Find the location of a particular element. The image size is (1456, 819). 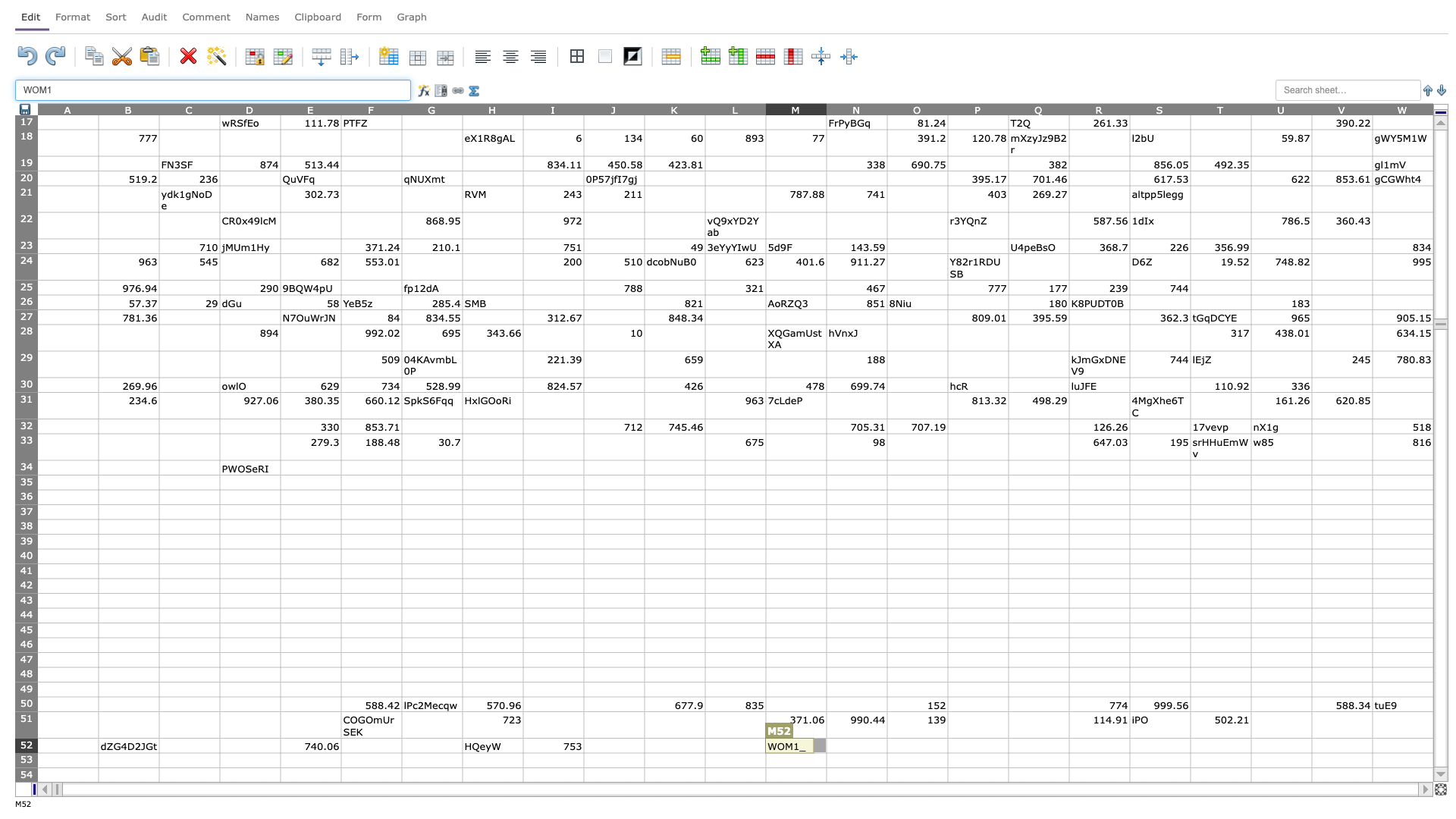

top left at column N row 52 is located at coordinates (825, 737).